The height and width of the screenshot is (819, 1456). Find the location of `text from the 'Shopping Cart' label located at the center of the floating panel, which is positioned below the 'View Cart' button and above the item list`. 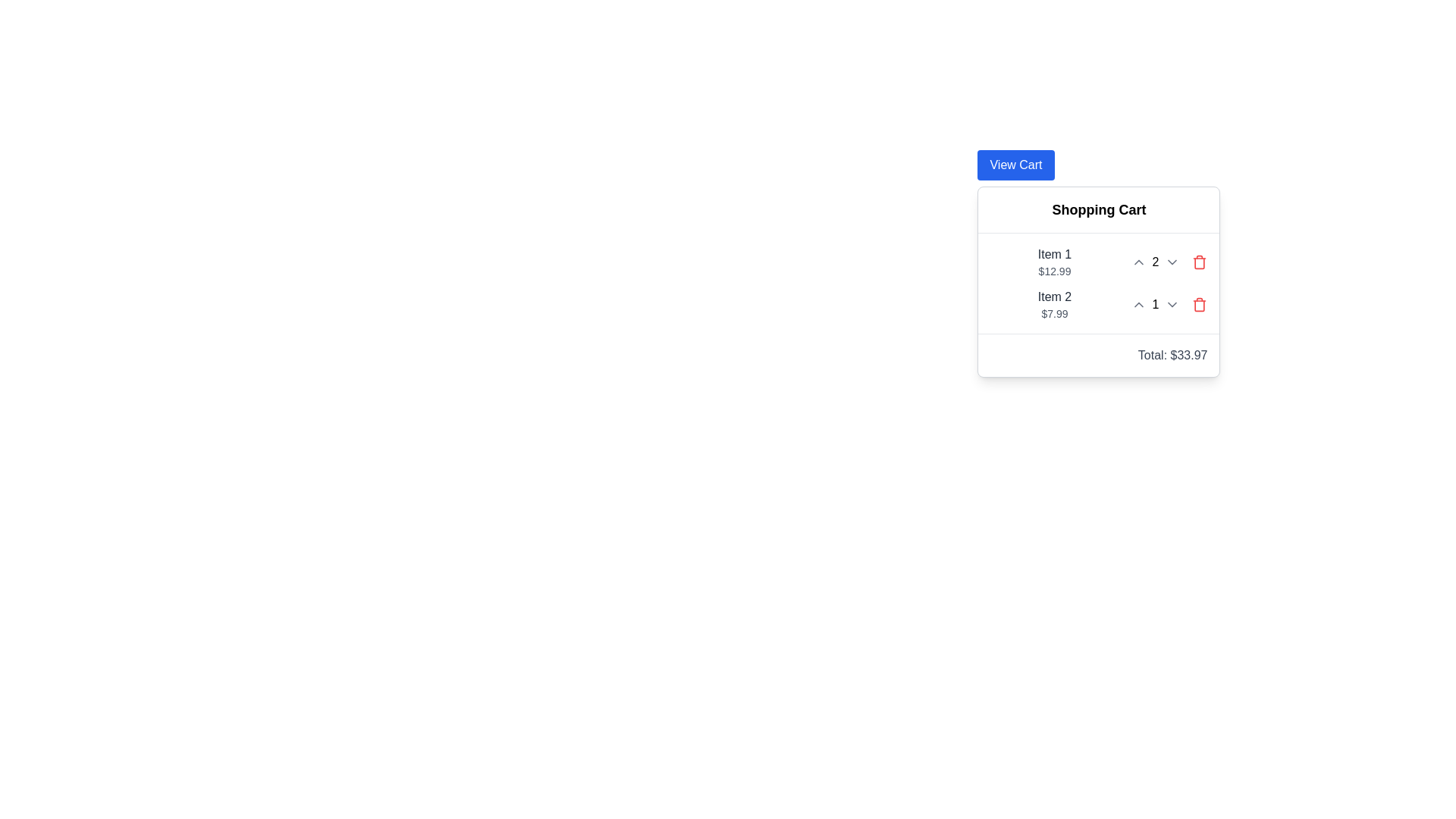

text from the 'Shopping Cart' label located at the center of the floating panel, which is positioned below the 'View Cart' button and above the item list is located at coordinates (1099, 210).